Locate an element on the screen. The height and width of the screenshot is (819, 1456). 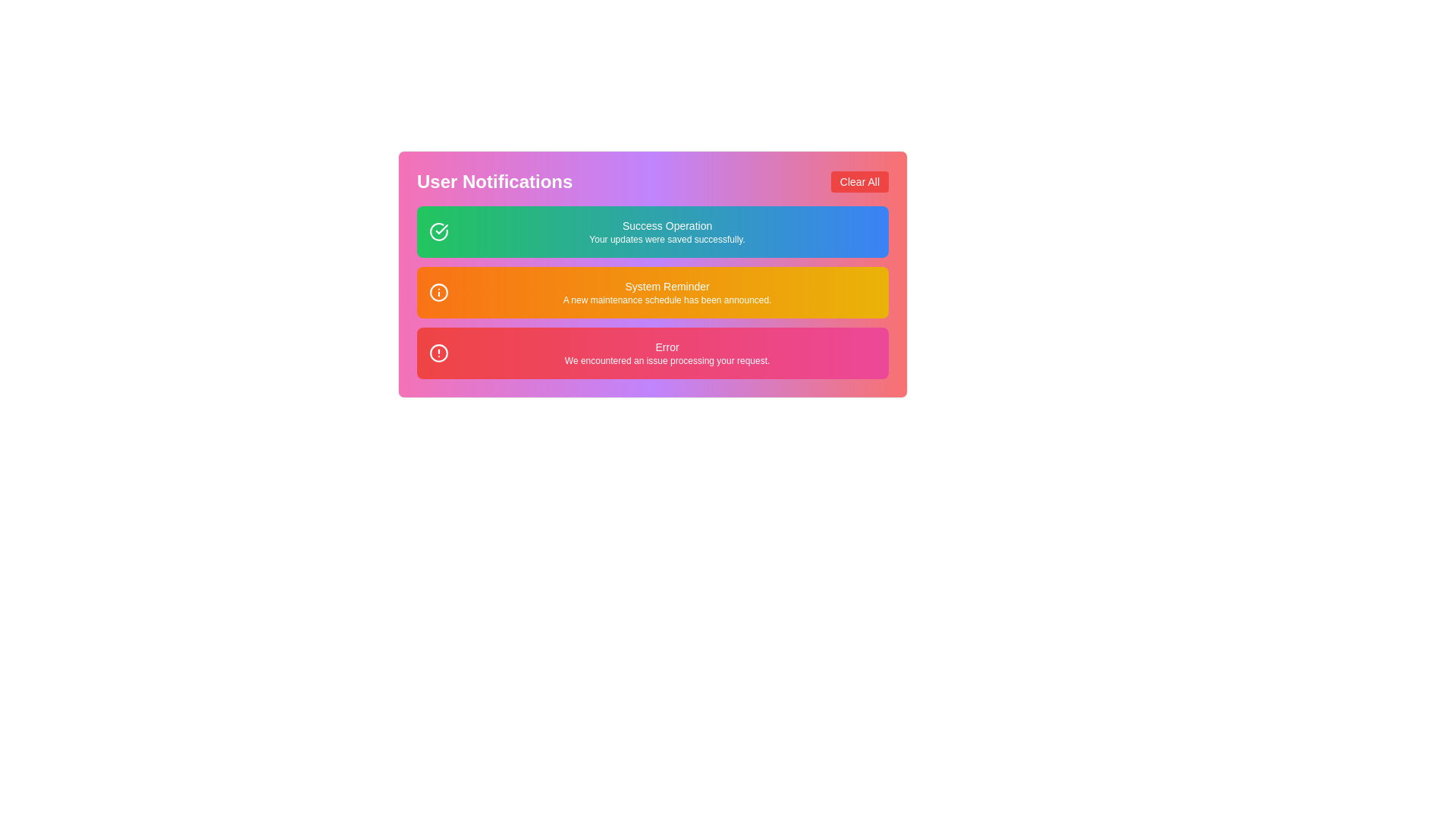
the static text saying 'Your updates were saved successfully' located beneath the 'Success Operation' message in the topmost notification box is located at coordinates (667, 239).